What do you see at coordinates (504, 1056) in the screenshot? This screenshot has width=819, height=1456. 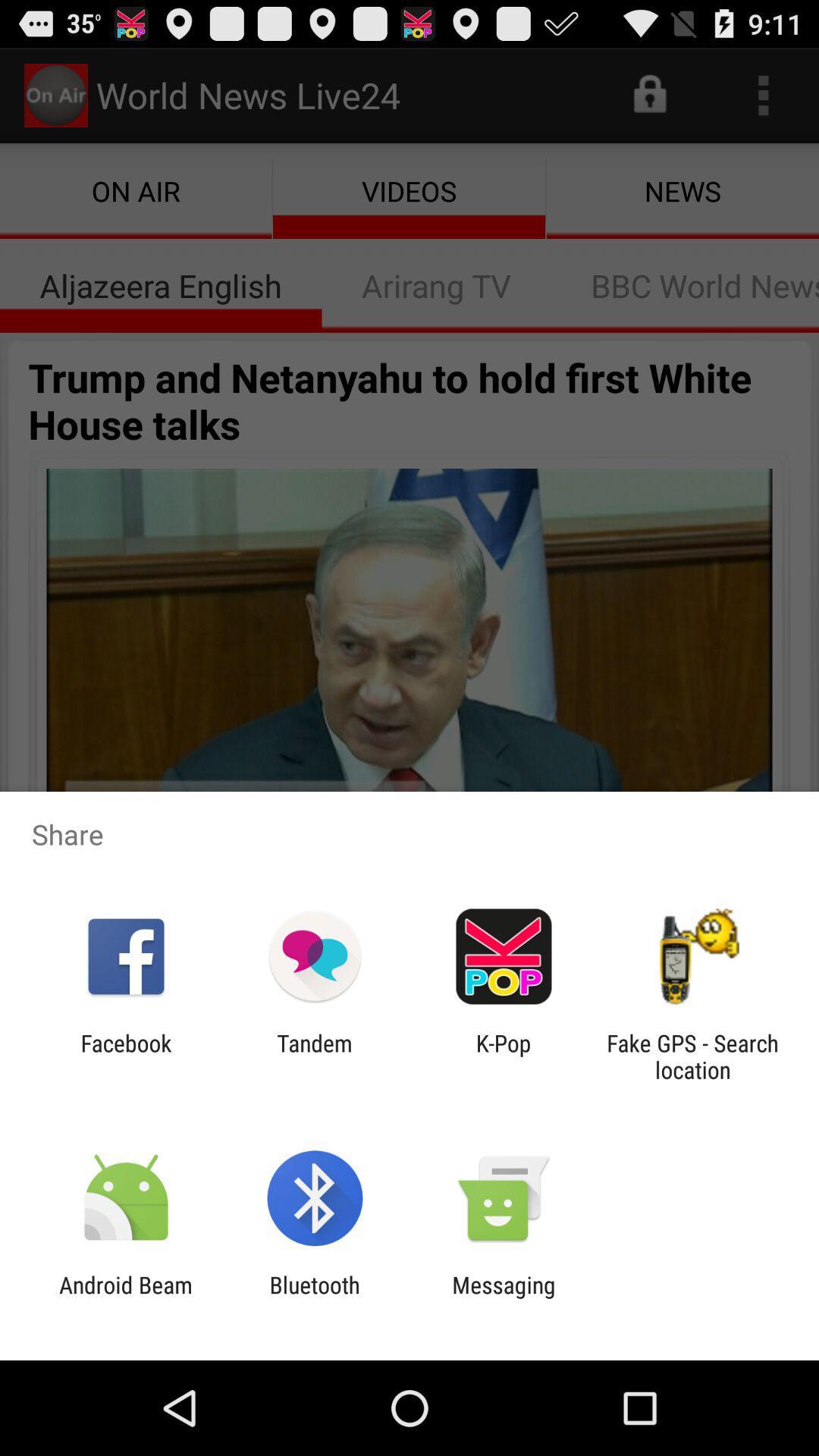 I see `the item to the right of the tandem app` at bounding box center [504, 1056].